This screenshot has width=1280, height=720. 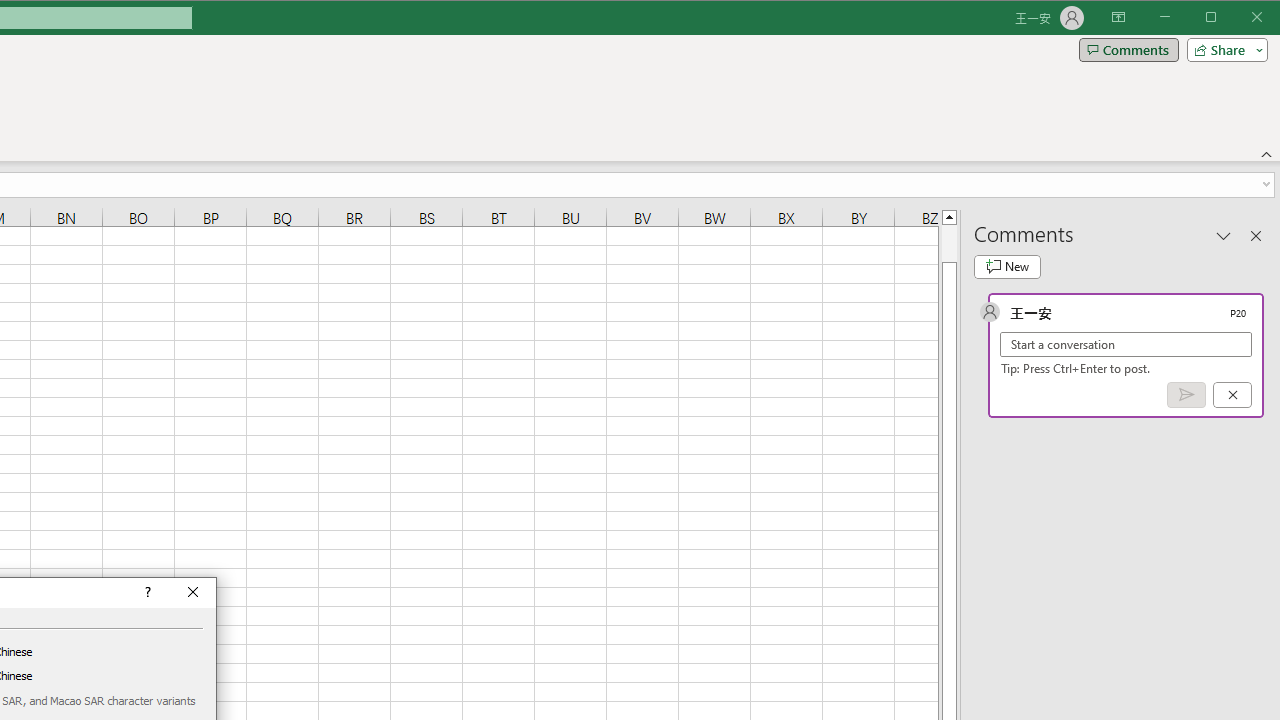 I want to click on 'Cancel', so click(x=1231, y=395).